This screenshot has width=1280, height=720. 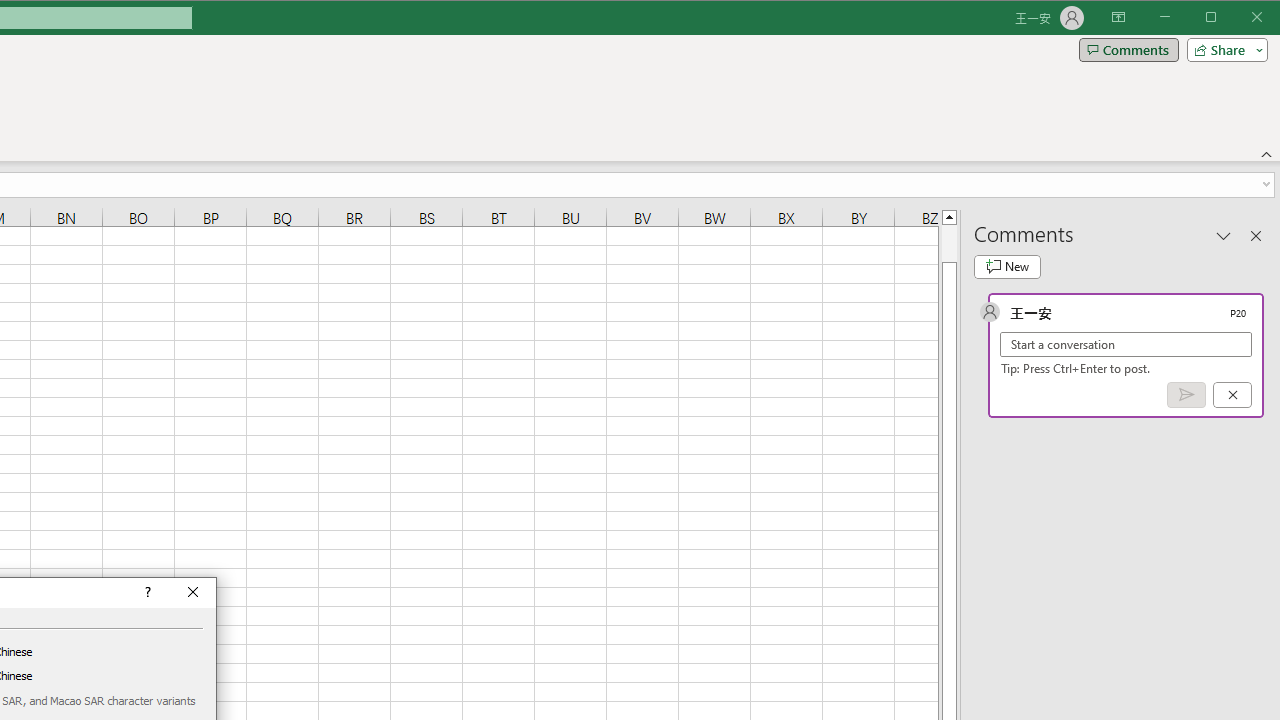 I want to click on 'Cancel', so click(x=1231, y=395).